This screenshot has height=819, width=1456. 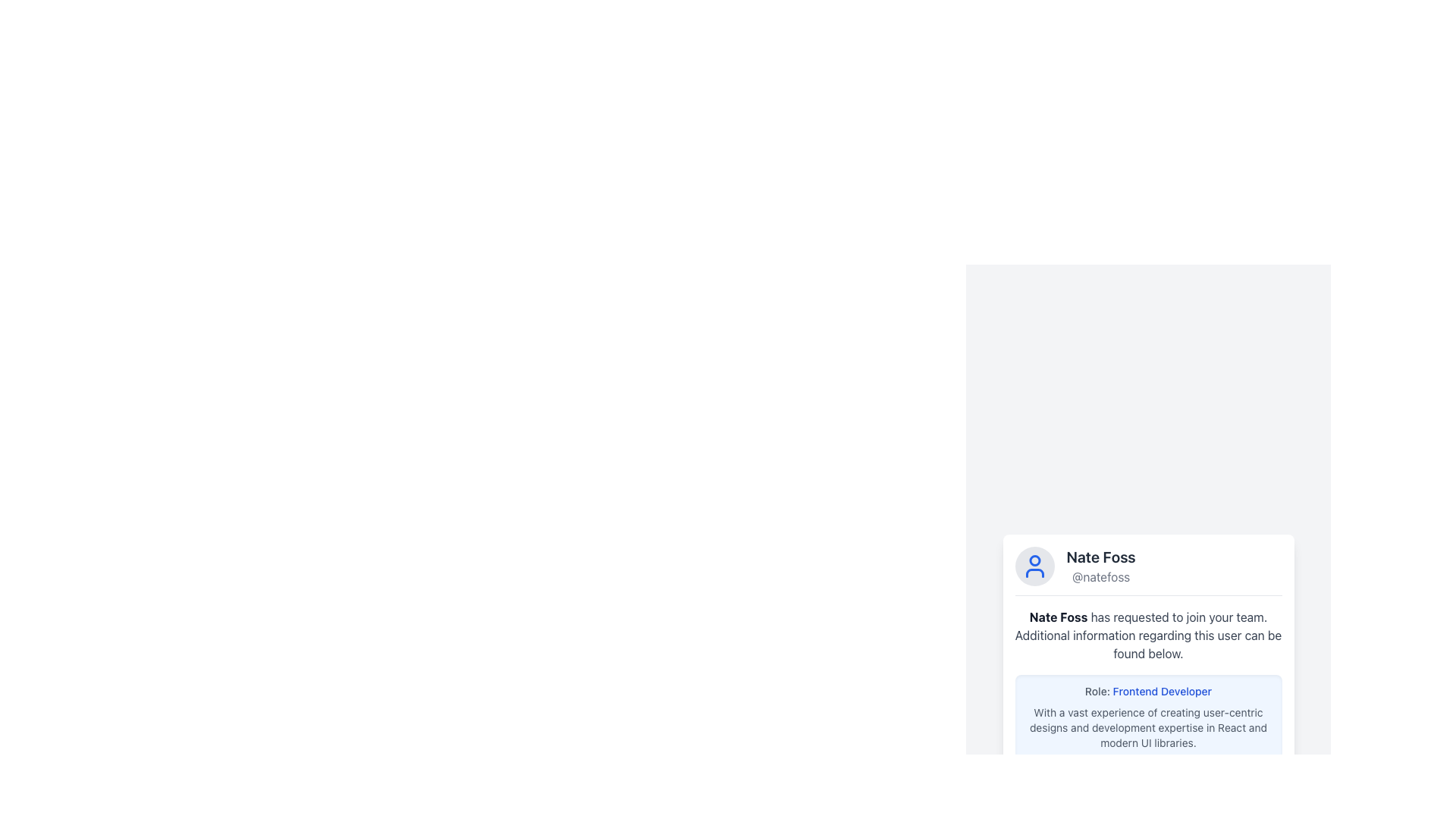 What do you see at coordinates (1148, 717) in the screenshot?
I see `the link 'Frontend Developer' in the informational text block that describes the role of a Frontend Developer` at bounding box center [1148, 717].